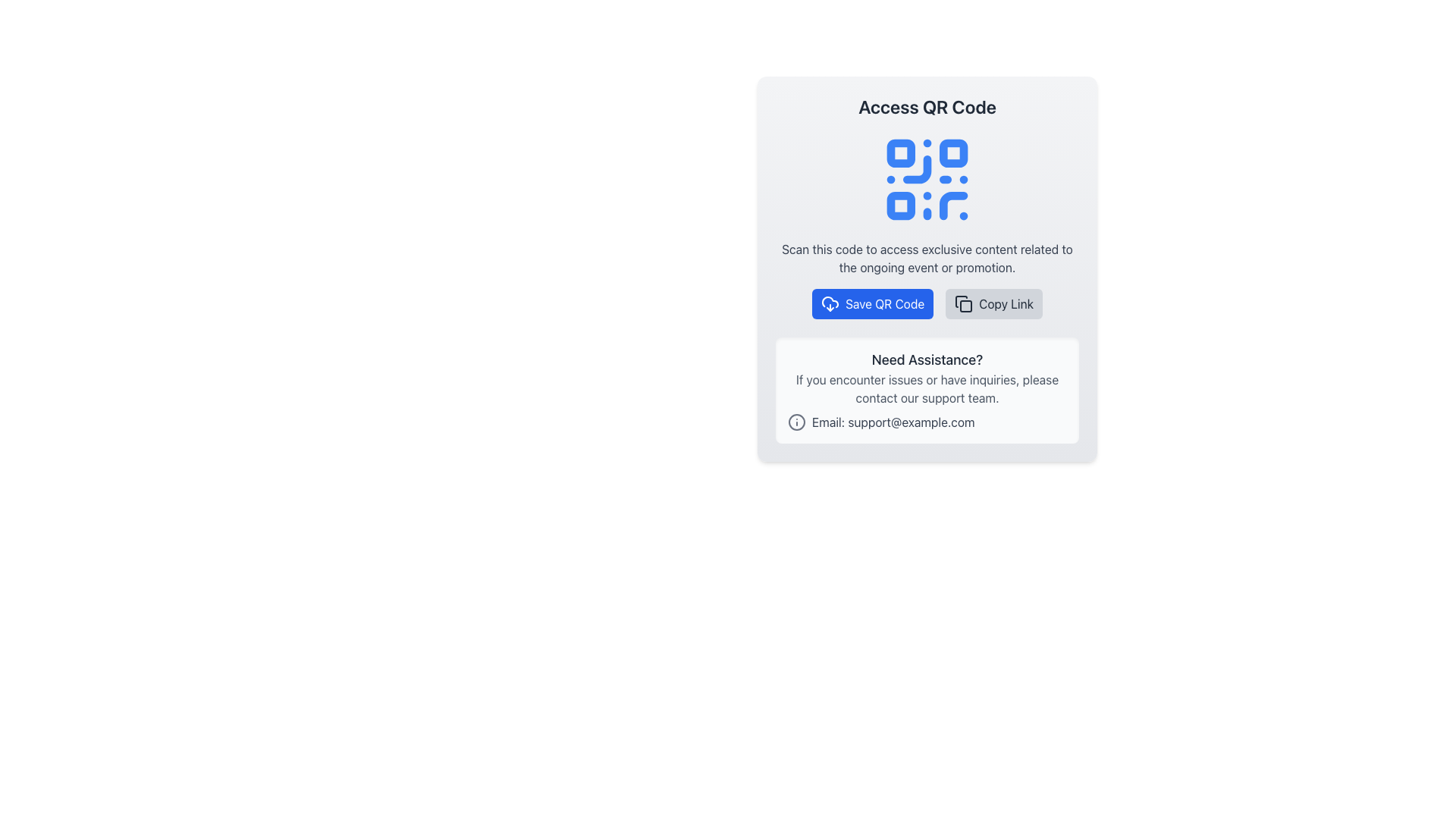  I want to click on the 'Copy Link' button, which is the second button in the horizontal row with rounded corners, gray background, and an icon of two overlapping squares, so click(993, 304).